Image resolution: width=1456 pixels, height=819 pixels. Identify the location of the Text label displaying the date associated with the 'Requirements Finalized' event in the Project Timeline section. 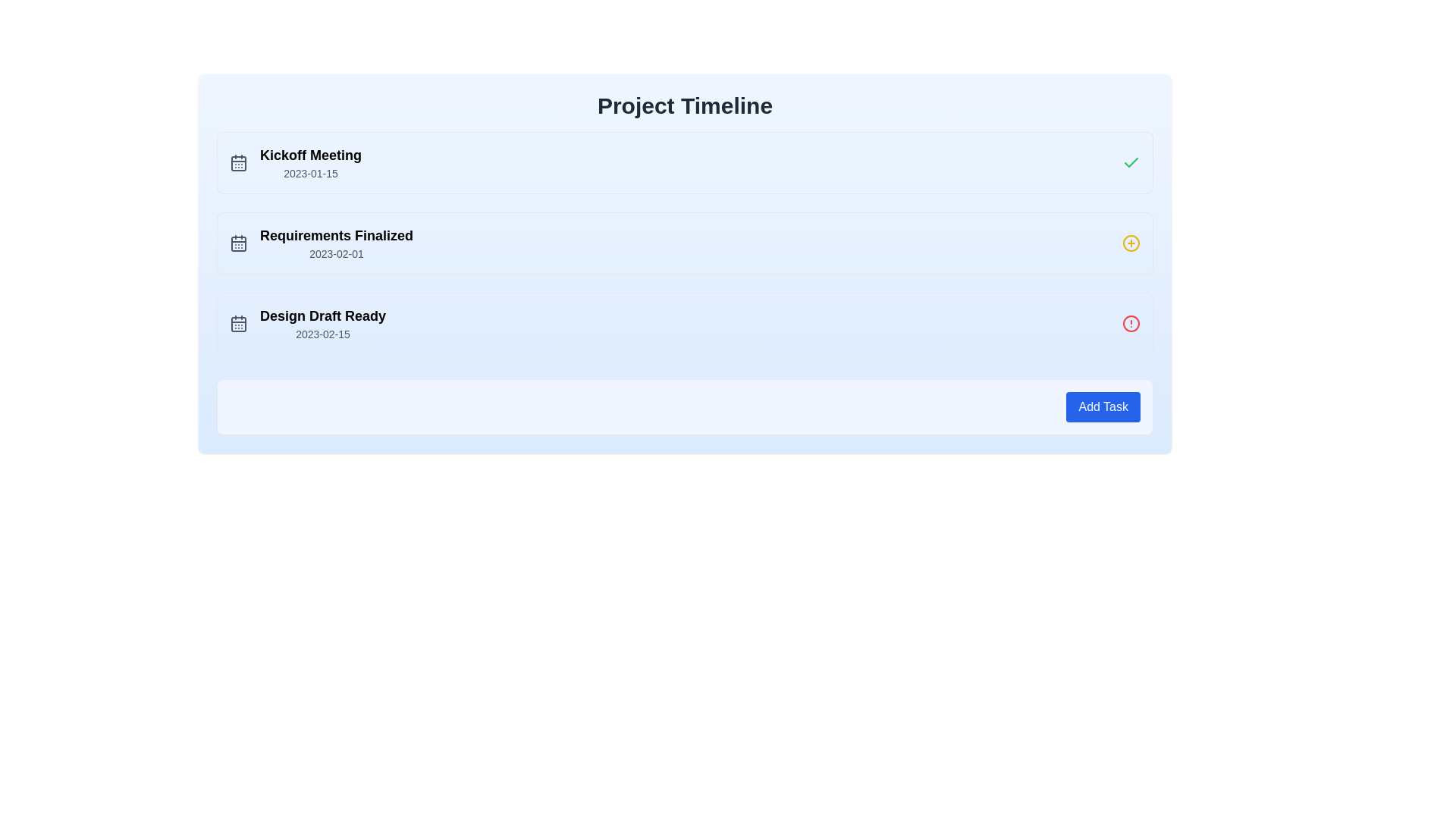
(336, 253).